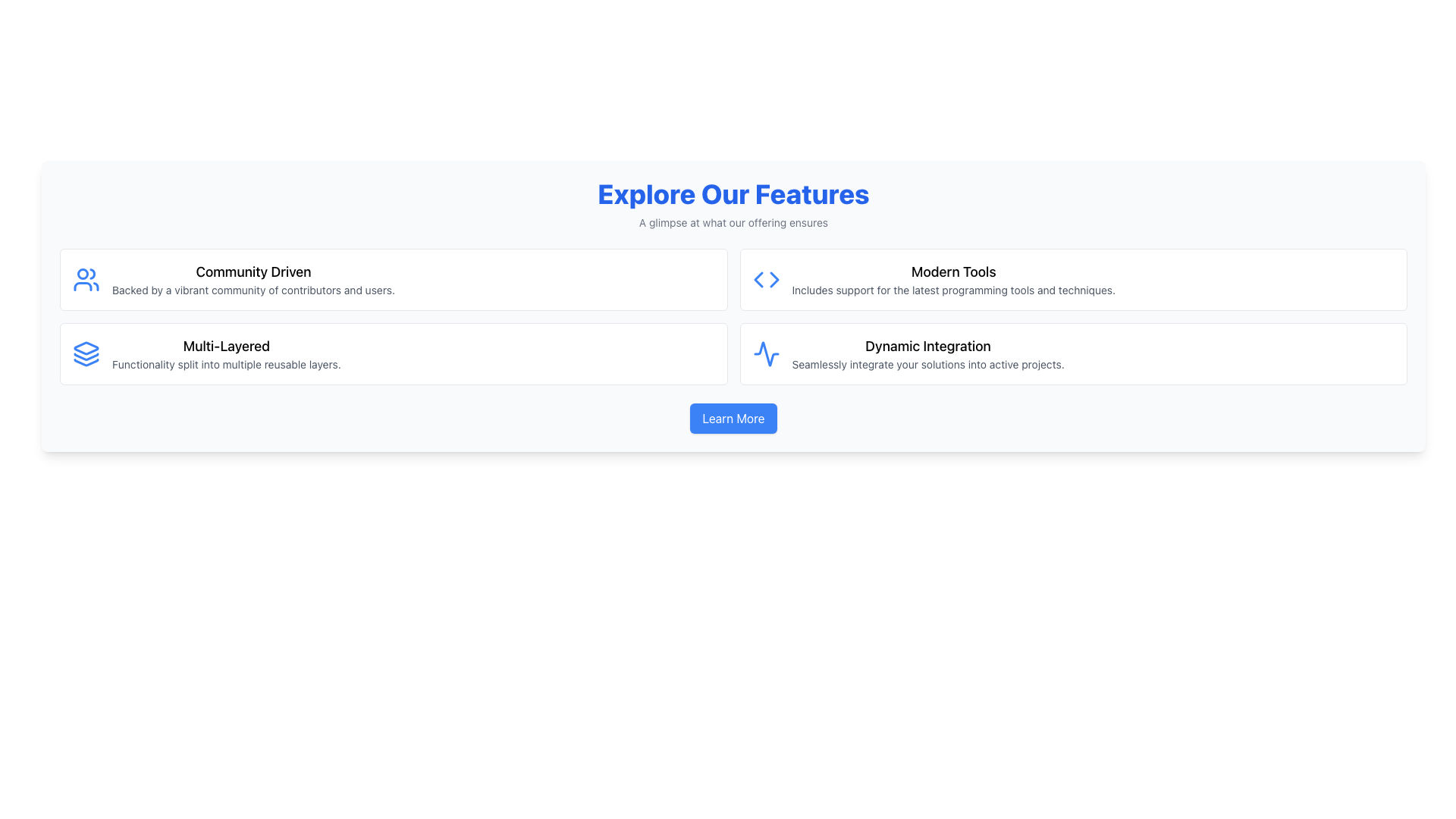 This screenshot has height=819, width=1456. Describe the element at coordinates (766, 353) in the screenshot. I see `the icon indicating 'Dynamic Integration' located in the lower-right section of the grid layout, positioned to the left of the corresponding text` at that location.